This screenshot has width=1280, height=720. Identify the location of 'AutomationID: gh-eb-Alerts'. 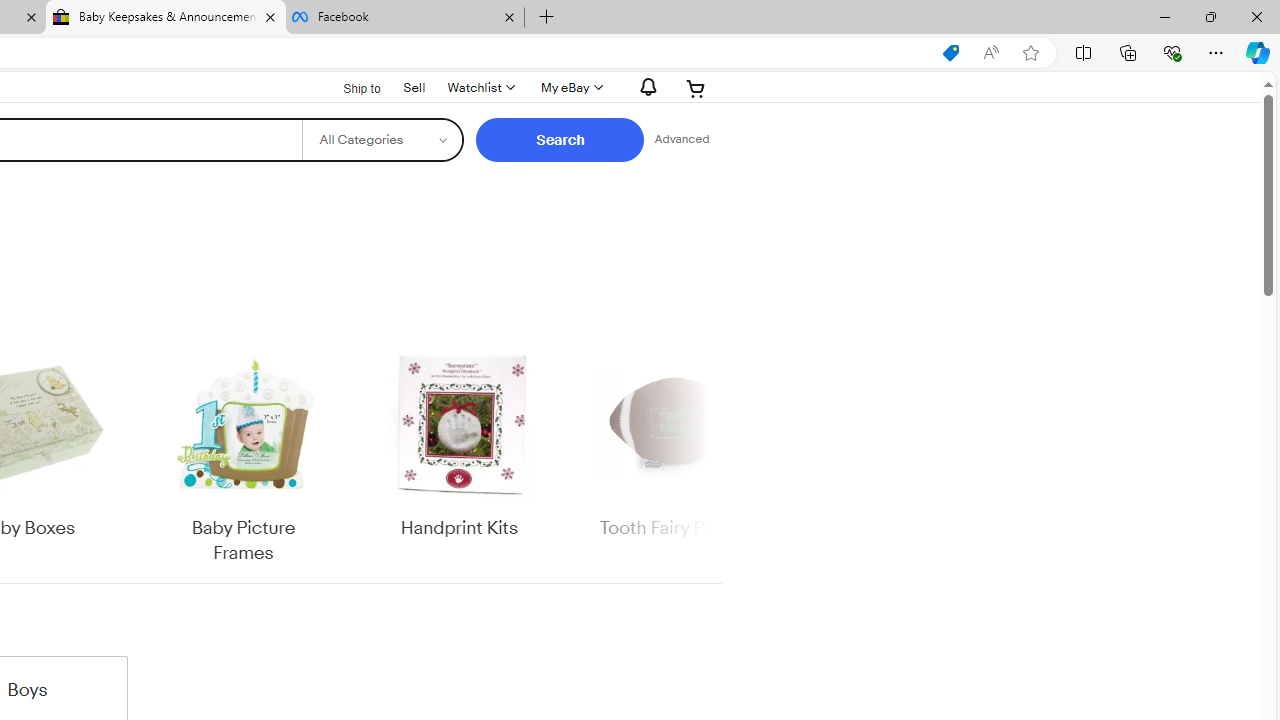
(645, 86).